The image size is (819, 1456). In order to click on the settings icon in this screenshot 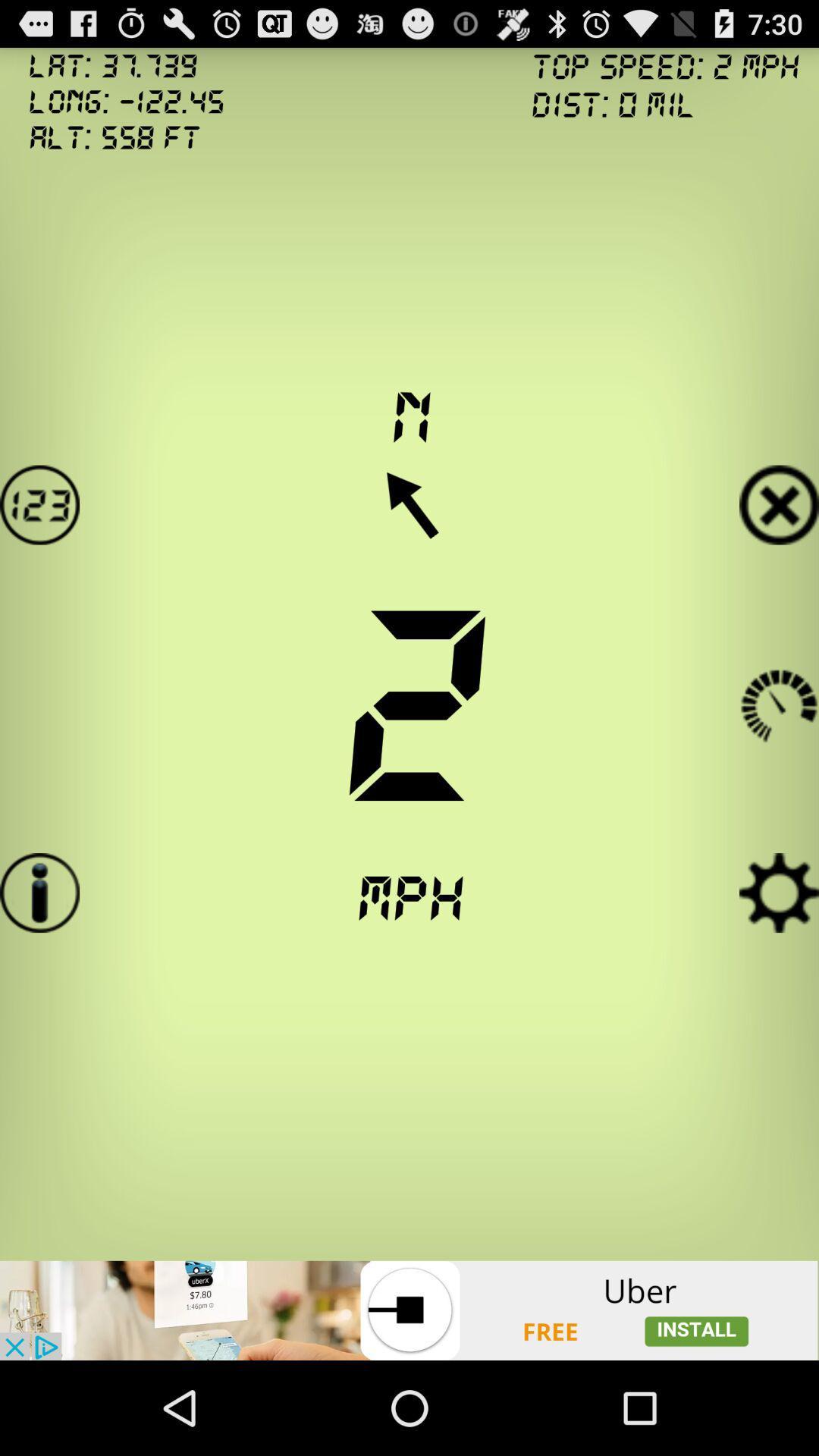, I will do `click(779, 955)`.